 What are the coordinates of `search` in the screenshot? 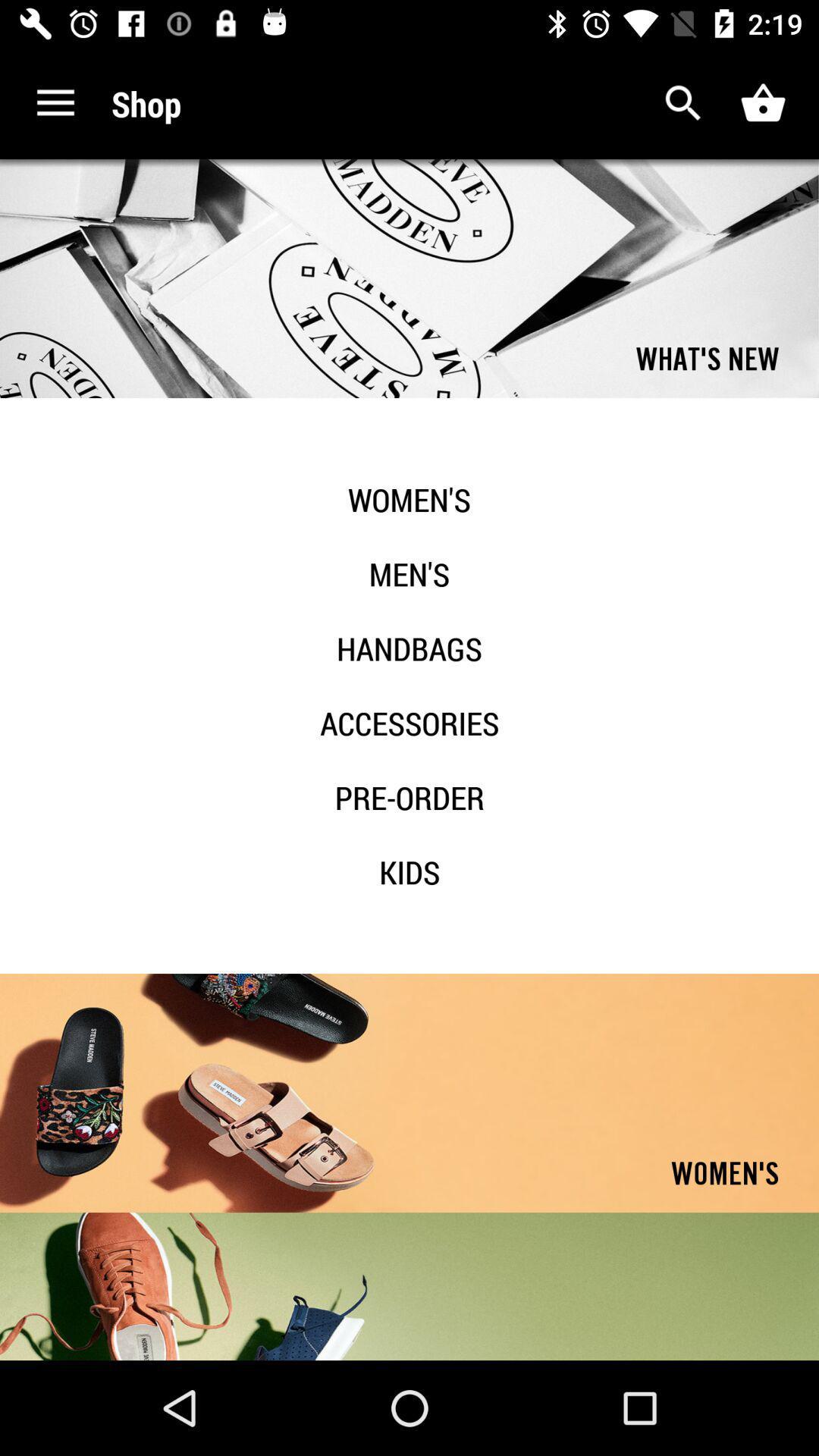 It's located at (683, 102).